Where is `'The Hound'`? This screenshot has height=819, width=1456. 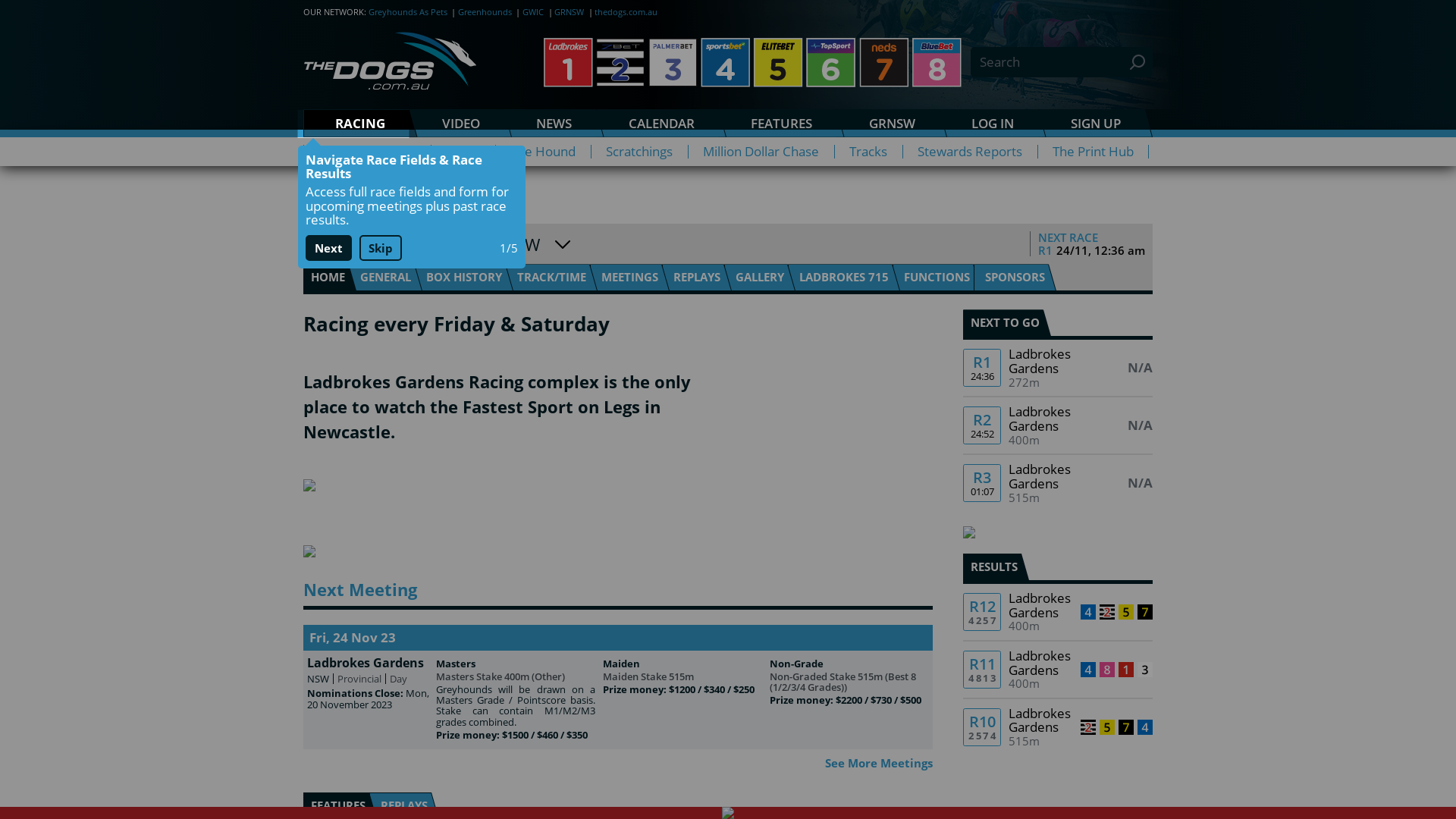
'The Hound' is located at coordinates (542, 152).